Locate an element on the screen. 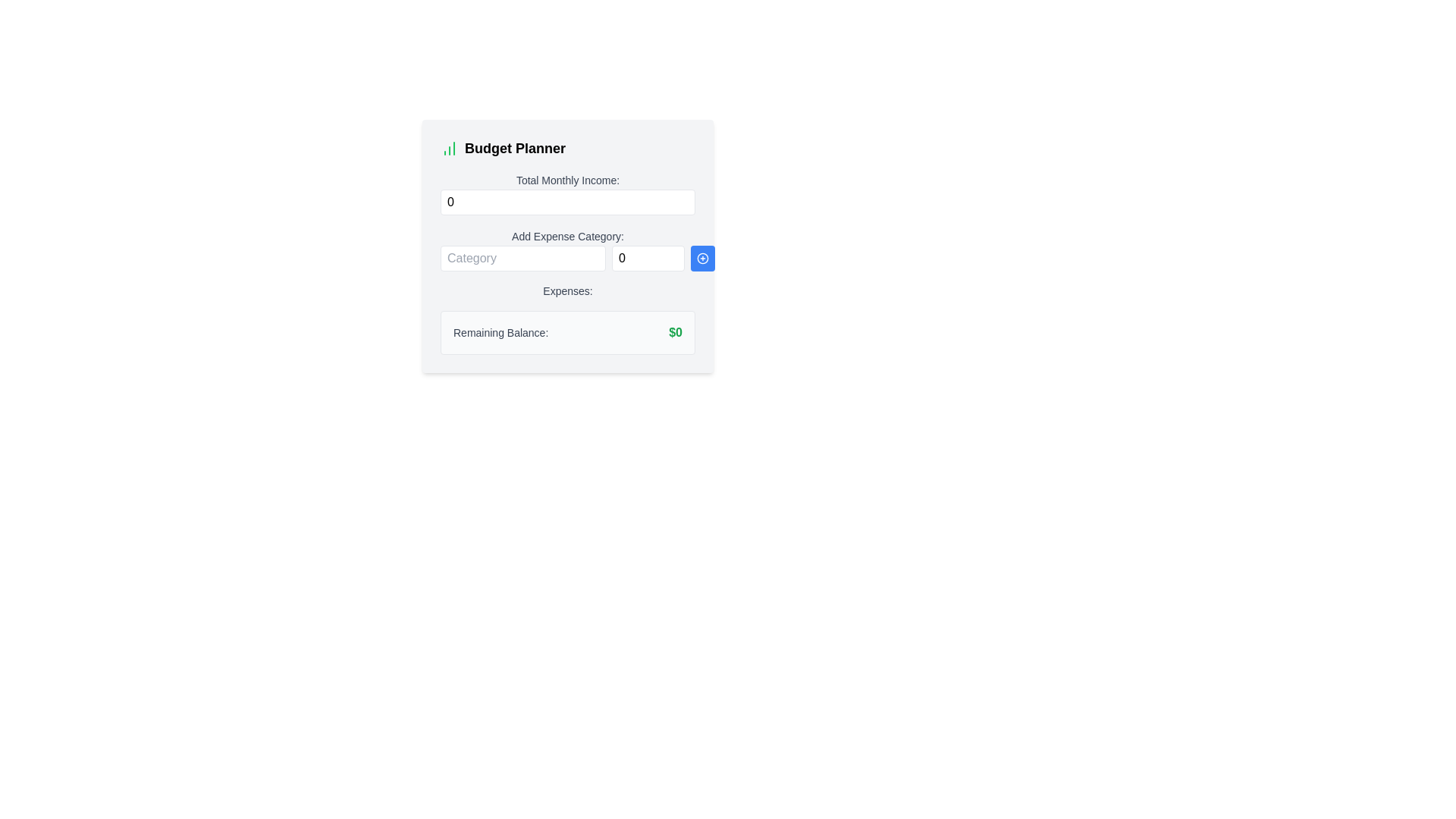 The height and width of the screenshot is (819, 1456). the decorative icon located at the top left corner of the 'Budget Planner' section, adjacent to the 'Budget Planner' text is located at coordinates (449, 149).